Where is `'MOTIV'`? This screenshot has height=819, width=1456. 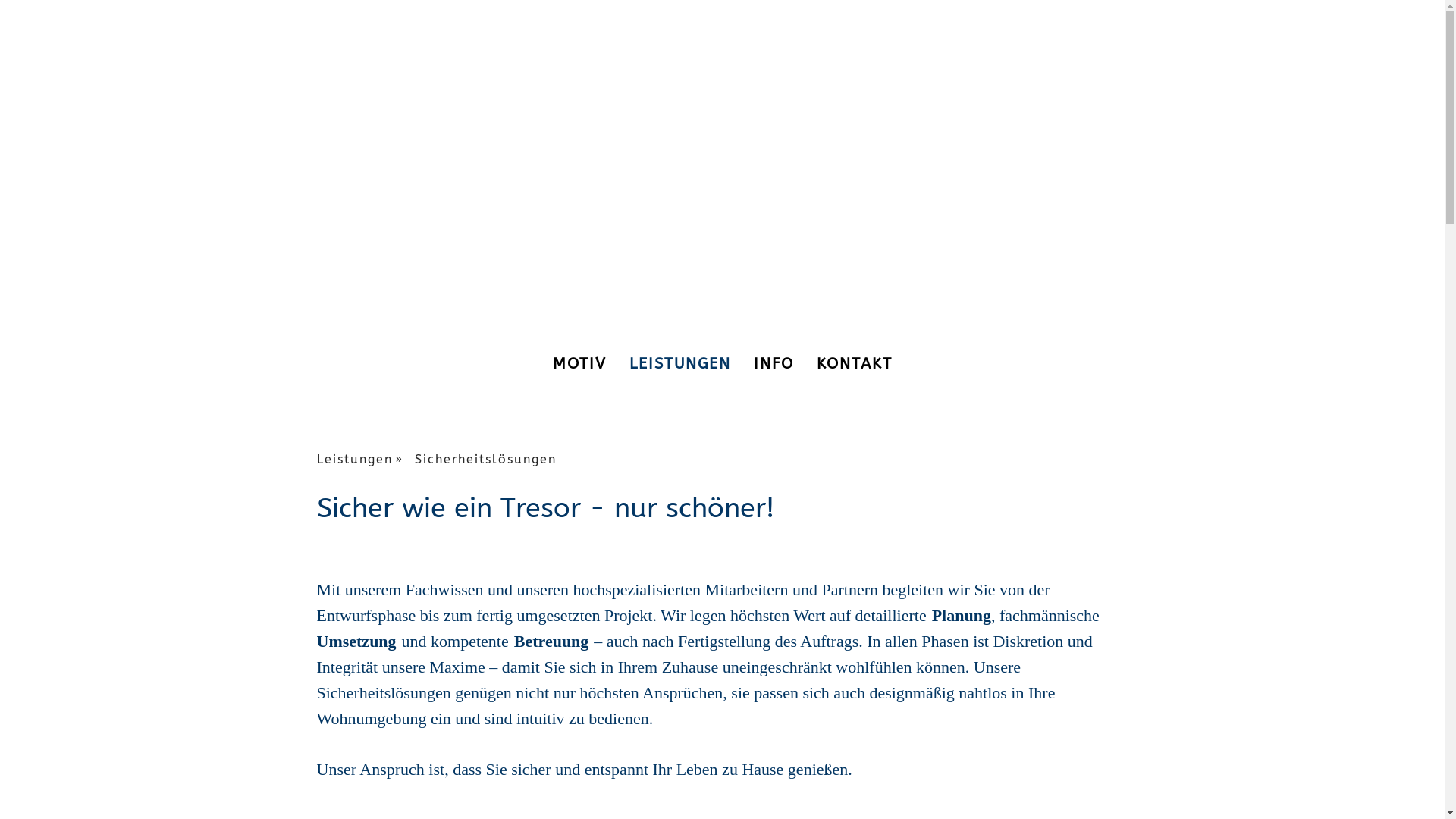
'MOTIV' is located at coordinates (579, 363).